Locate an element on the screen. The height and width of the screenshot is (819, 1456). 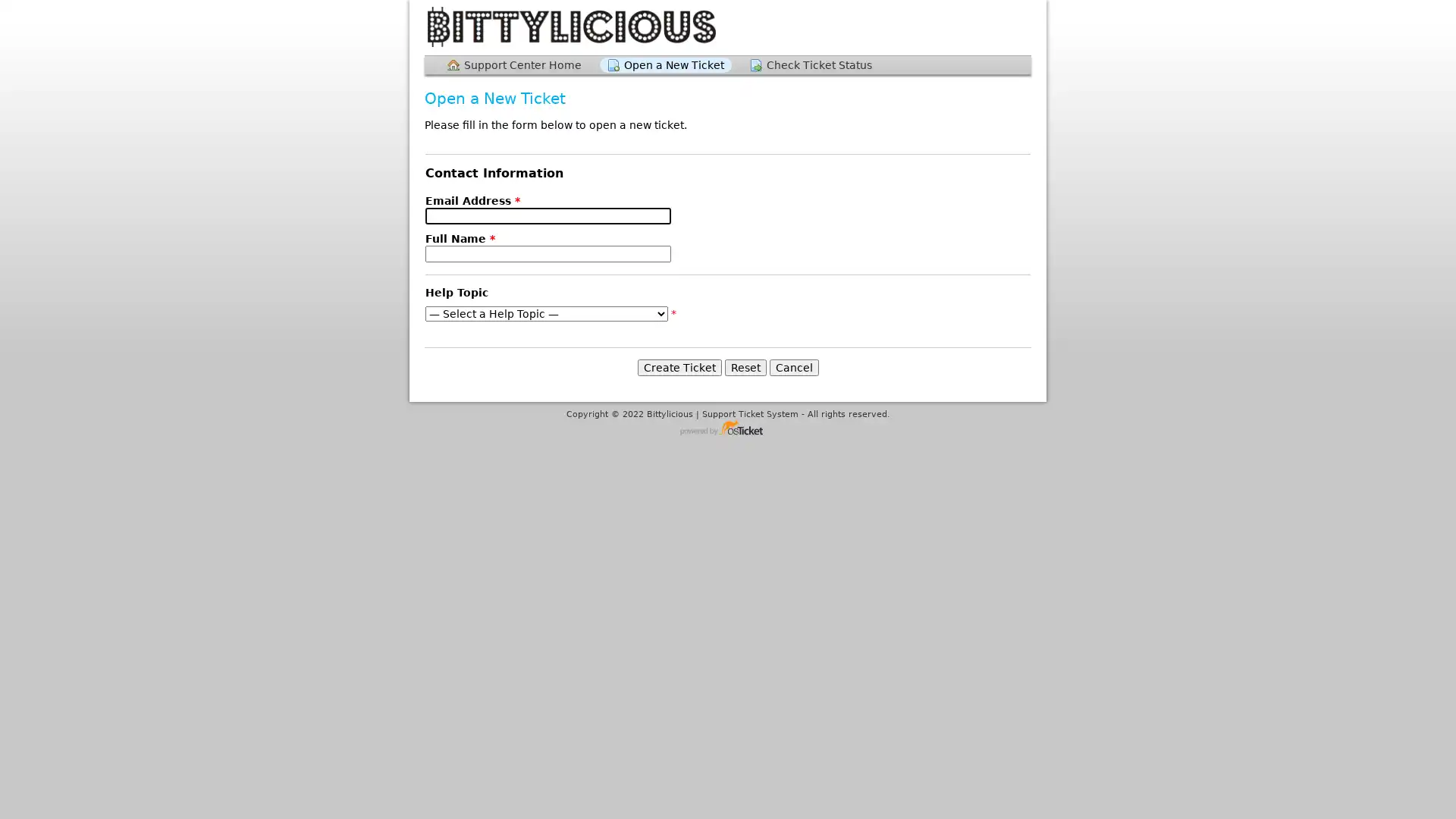
Cancel is located at coordinates (792, 368).